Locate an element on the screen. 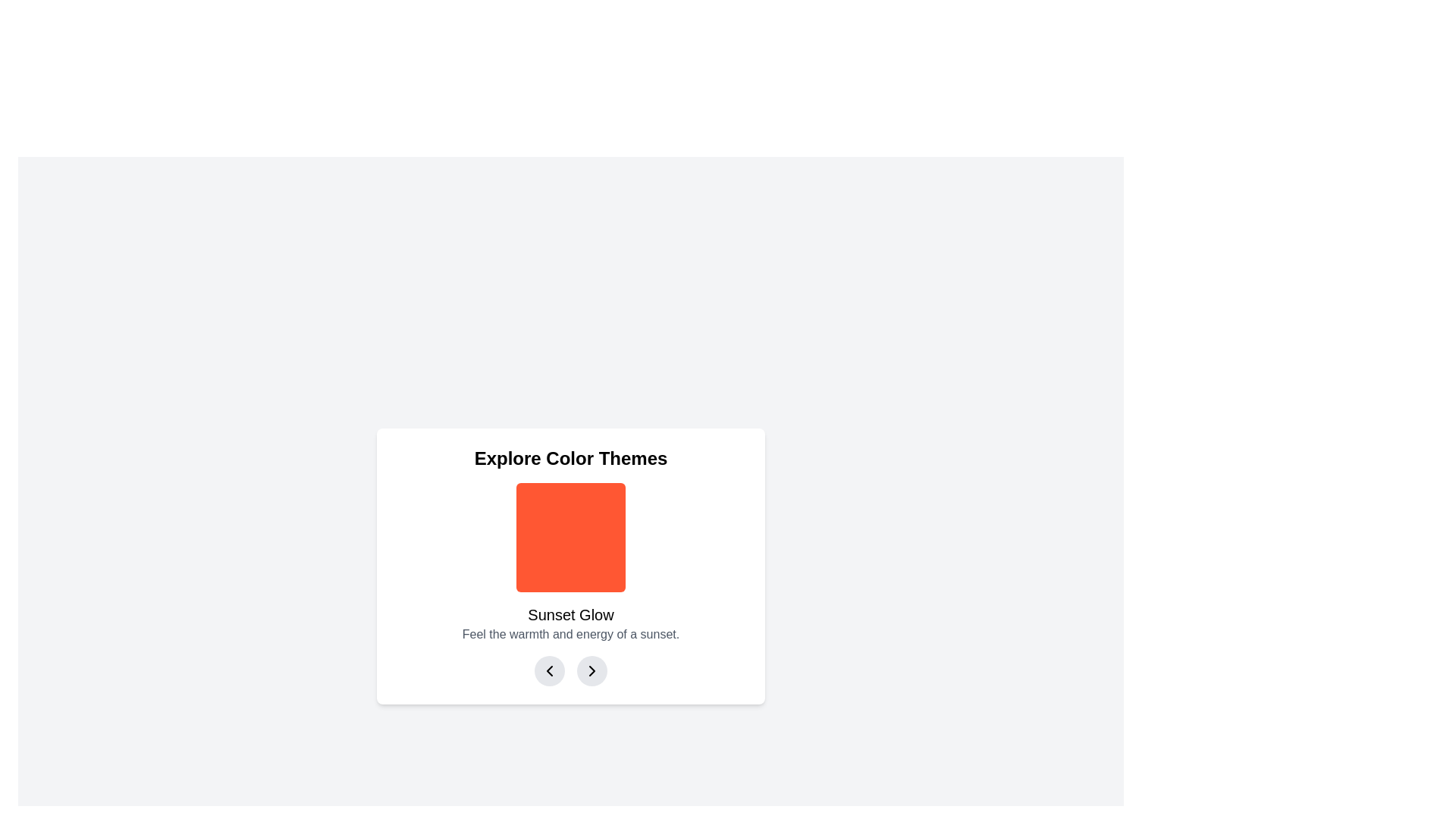  the navigation arrows in the 'Explore Color Themes' section for accessibility interactions is located at coordinates (570, 670).